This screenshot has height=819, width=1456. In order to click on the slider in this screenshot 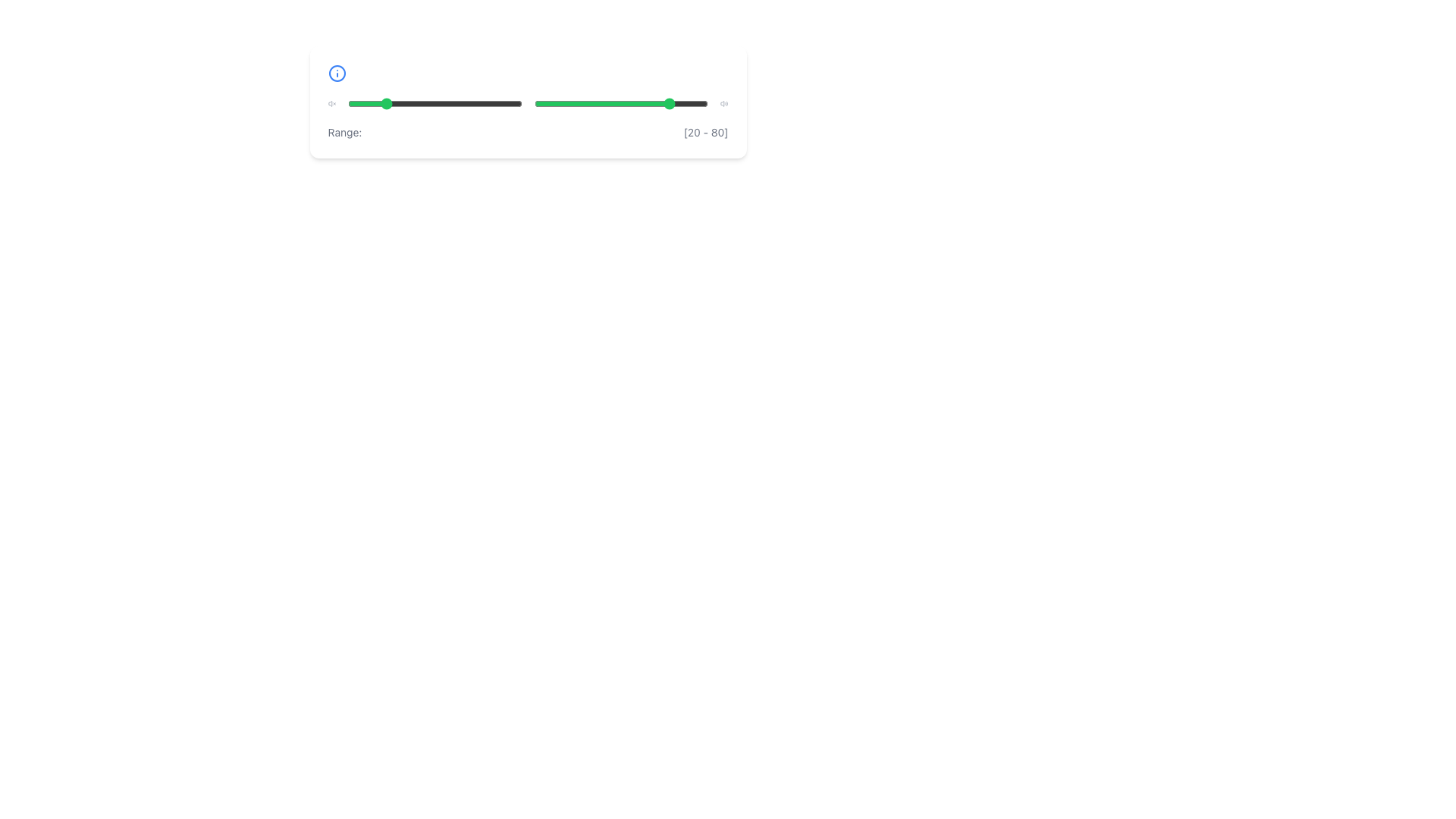, I will do `click(487, 103)`.